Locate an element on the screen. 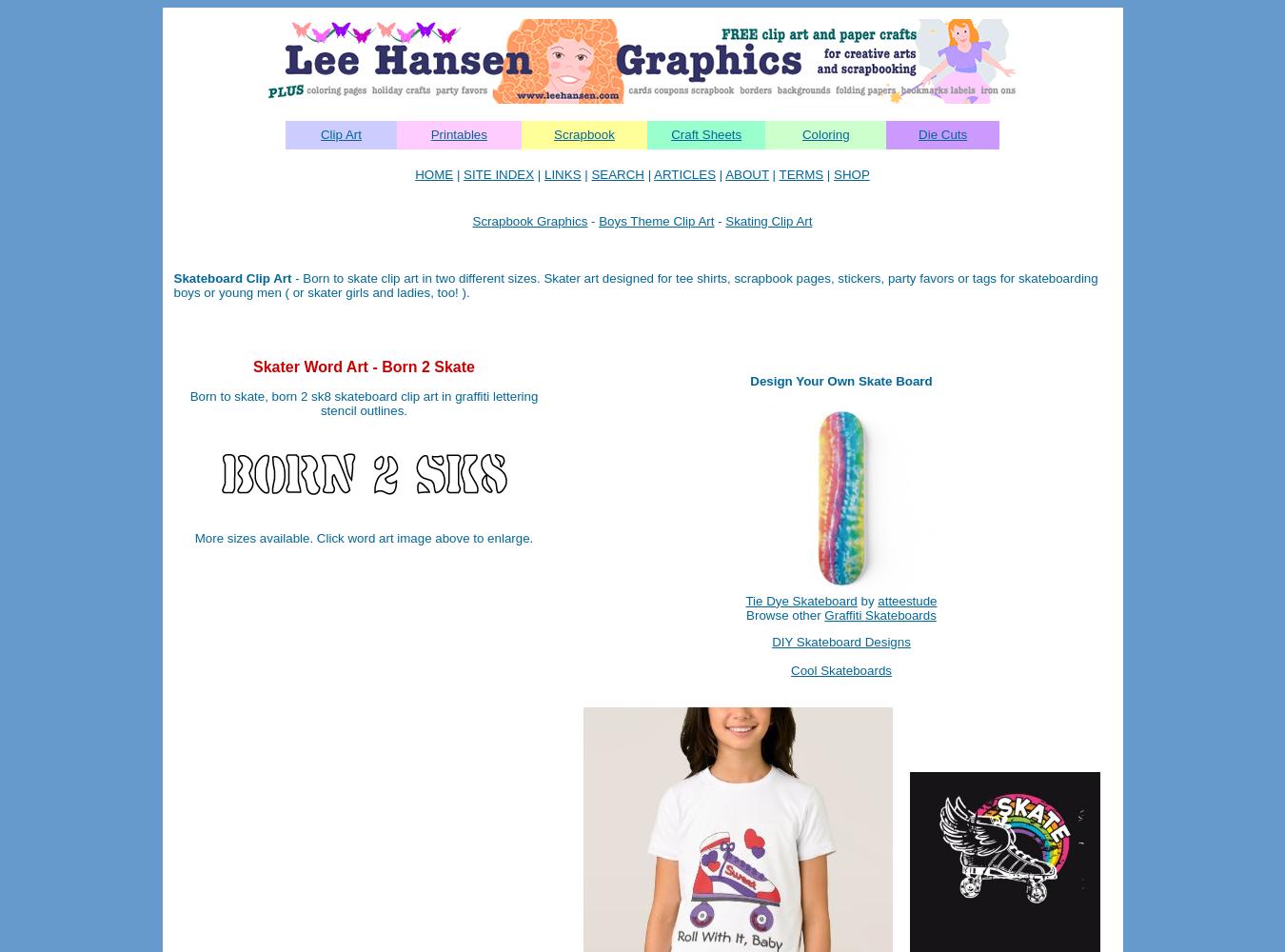  'DIY  Skateboard Designs' is located at coordinates (840, 641).